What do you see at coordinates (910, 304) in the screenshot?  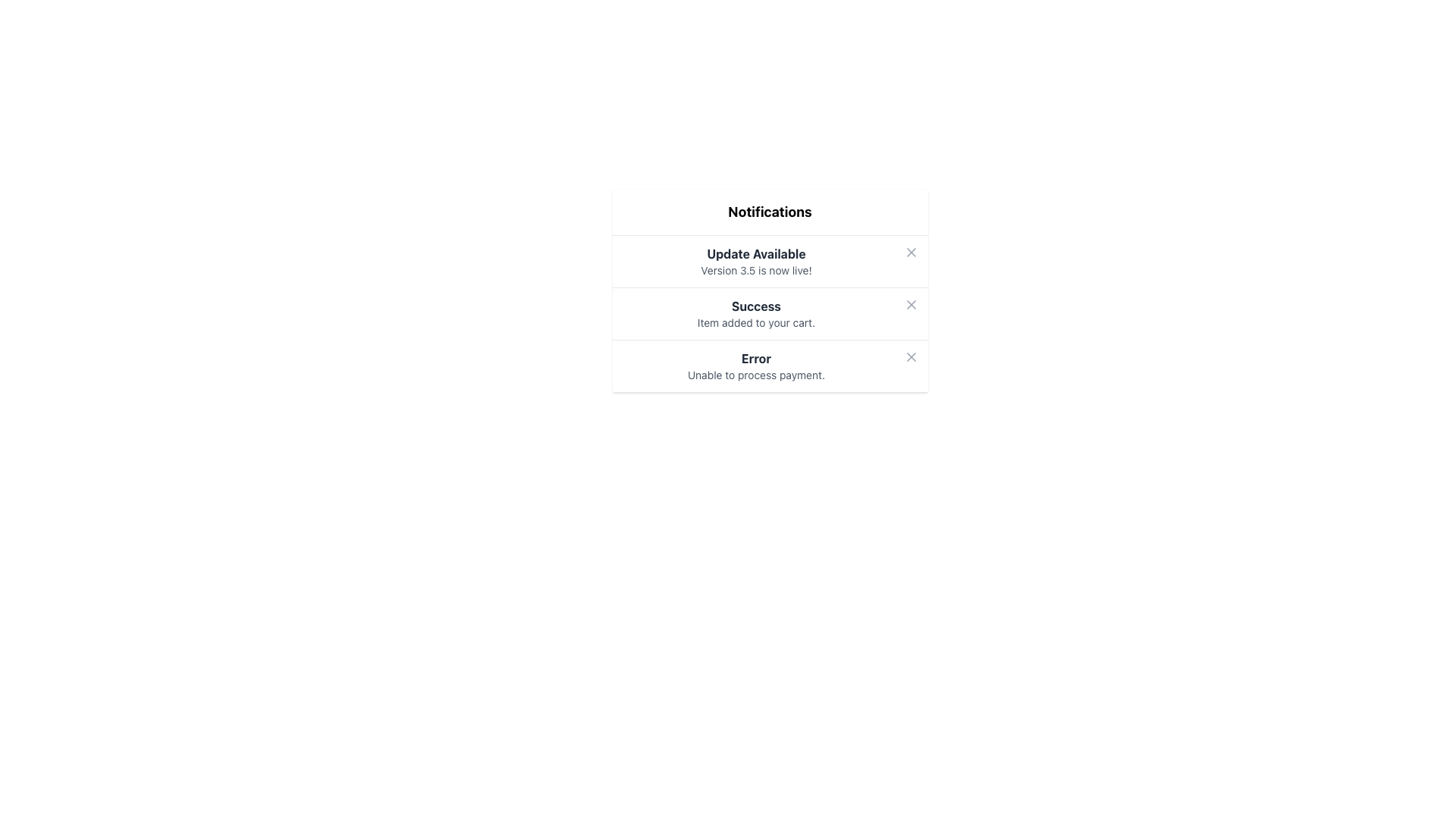 I see `the small 'X' icon button located at the far right-hand side of the 'Success' notification item` at bounding box center [910, 304].